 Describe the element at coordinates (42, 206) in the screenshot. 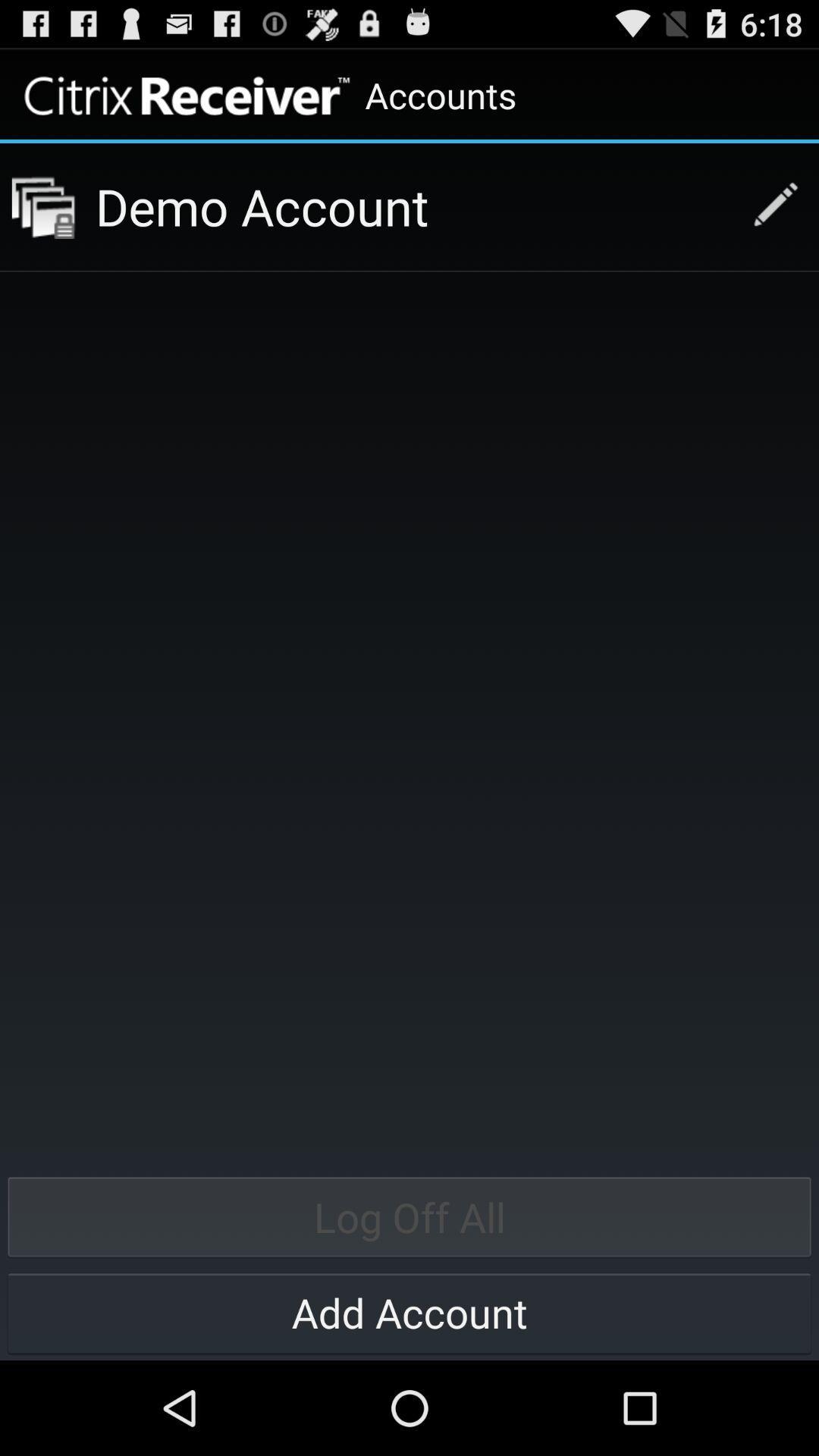

I see `app next to demo account` at that location.